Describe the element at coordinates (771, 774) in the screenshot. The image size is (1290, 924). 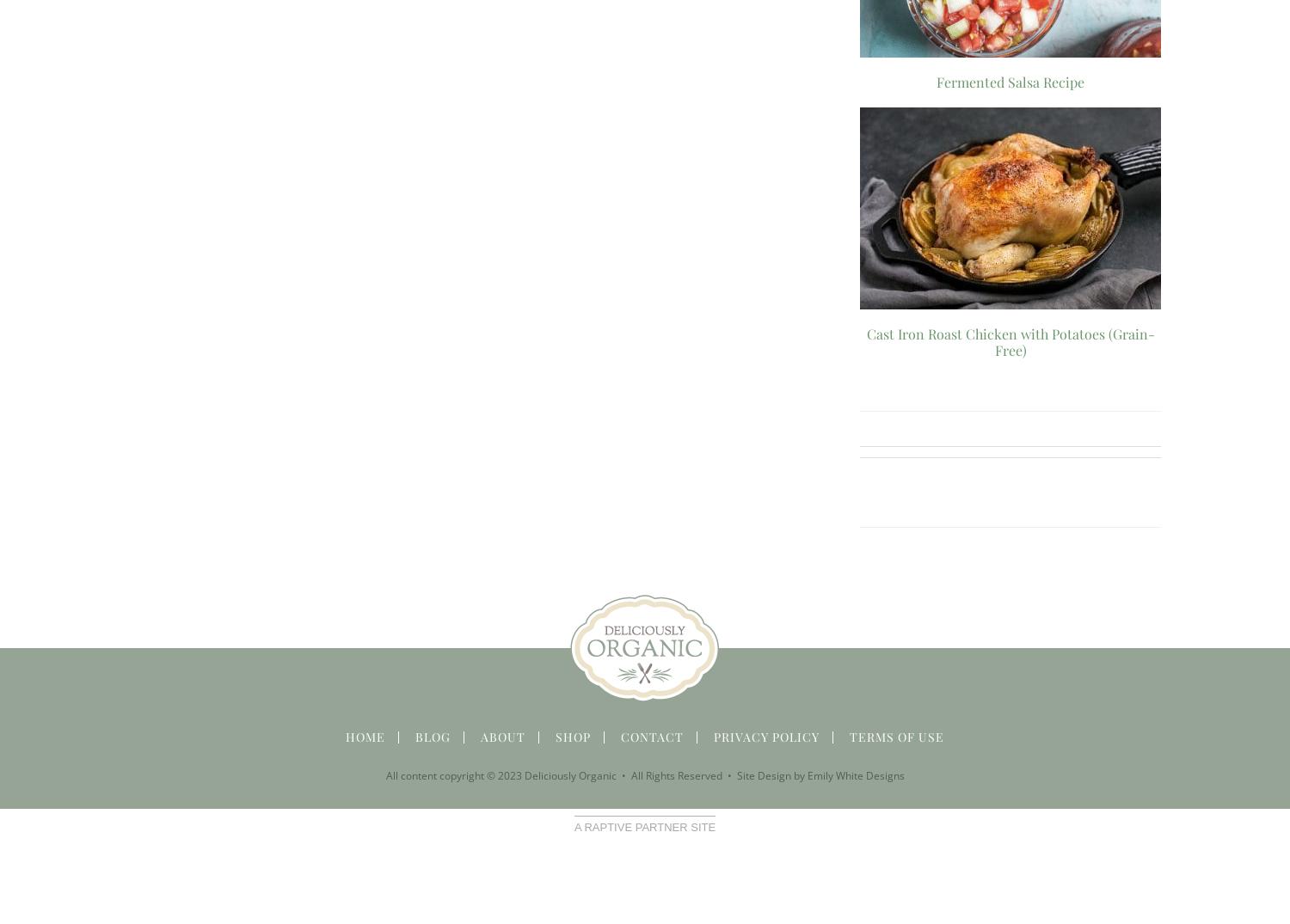
I see `'Site Design by'` at that location.